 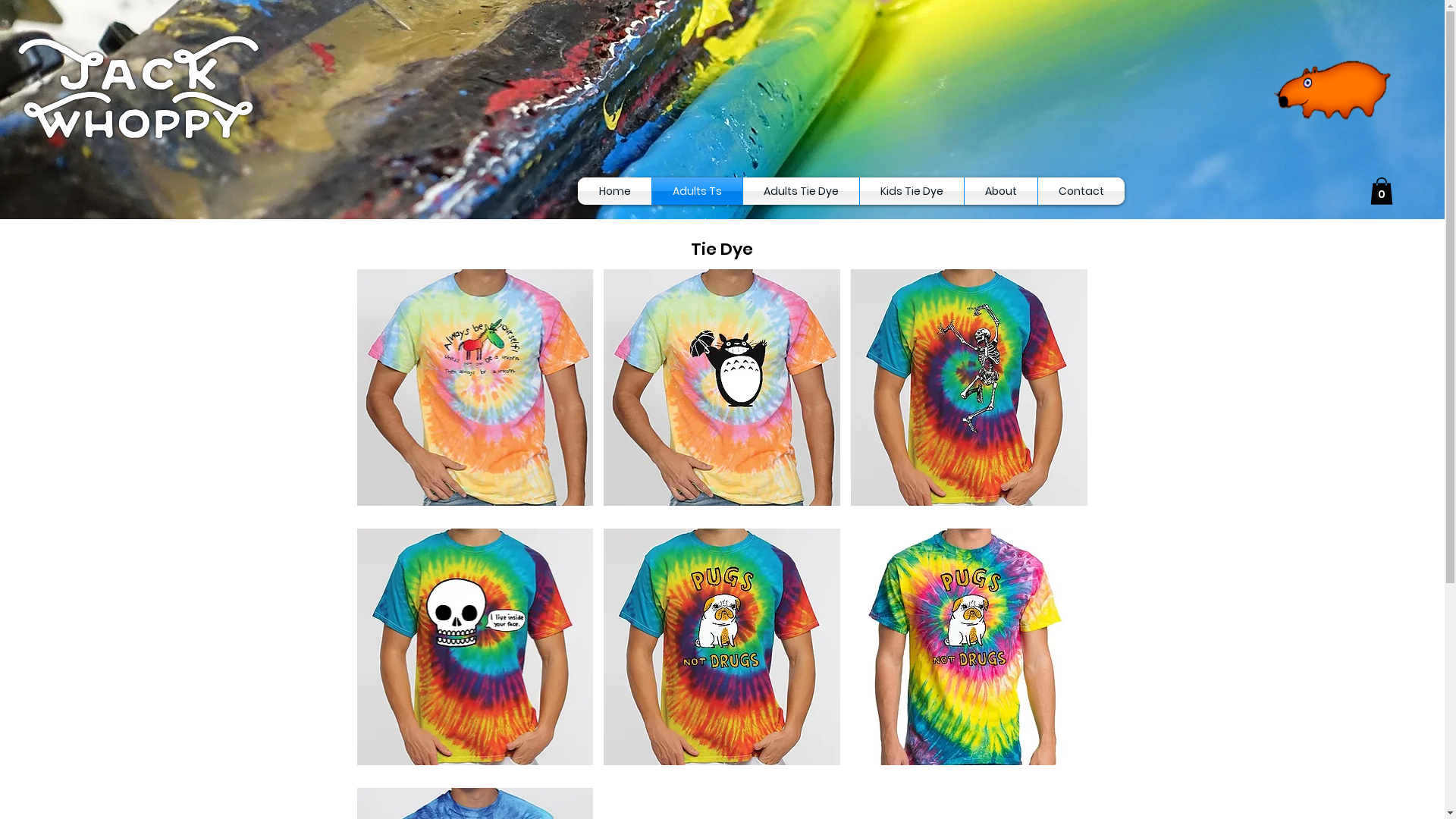 What do you see at coordinates (614, 190) in the screenshot?
I see `'Home'` at bounding box center [614, 190].